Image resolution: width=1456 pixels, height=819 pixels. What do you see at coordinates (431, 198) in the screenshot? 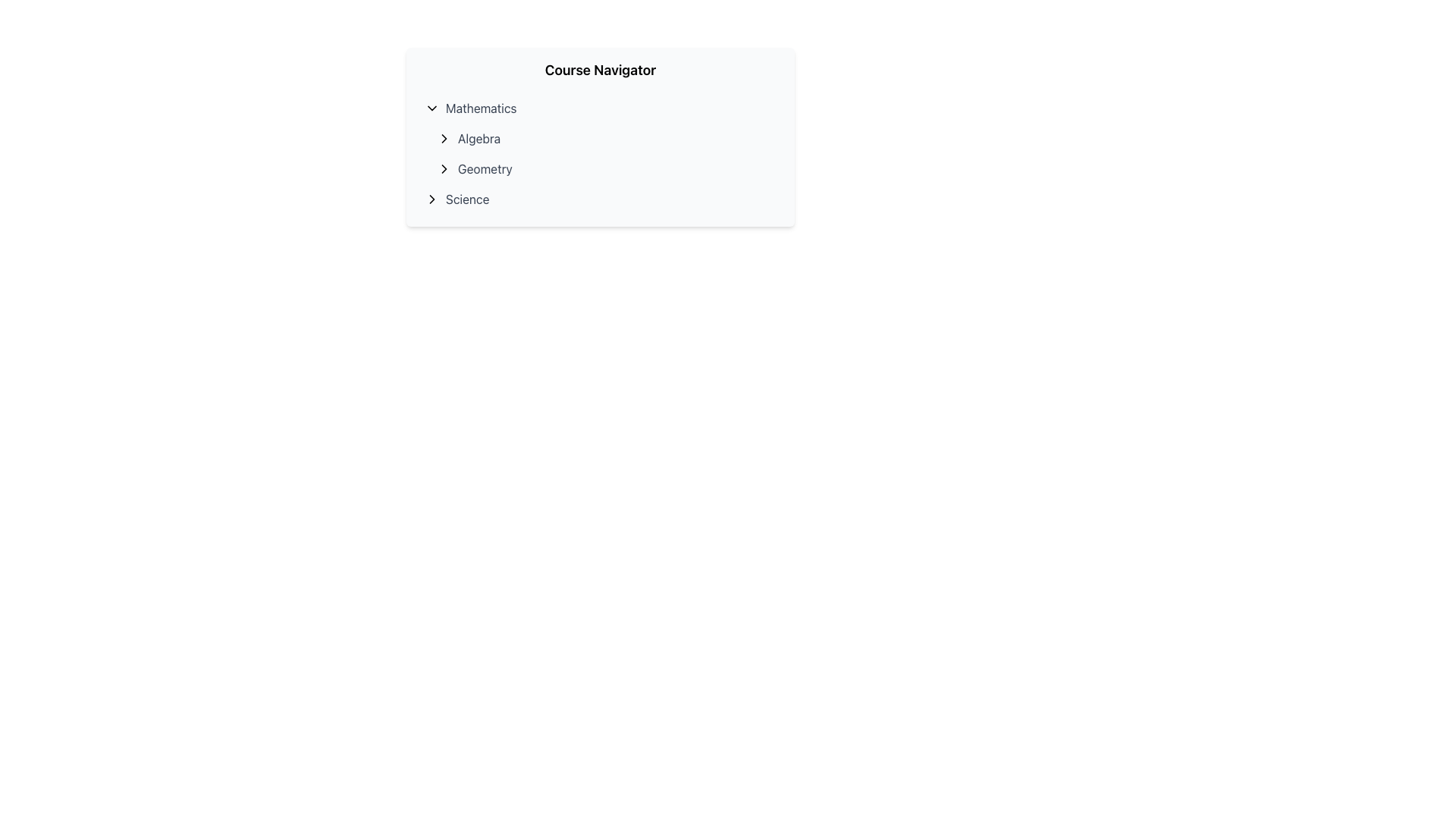
I see `the right-pointing chevron icon located to the left of the 'Science' text in the navigation menu` at bounding box center [431, 198].